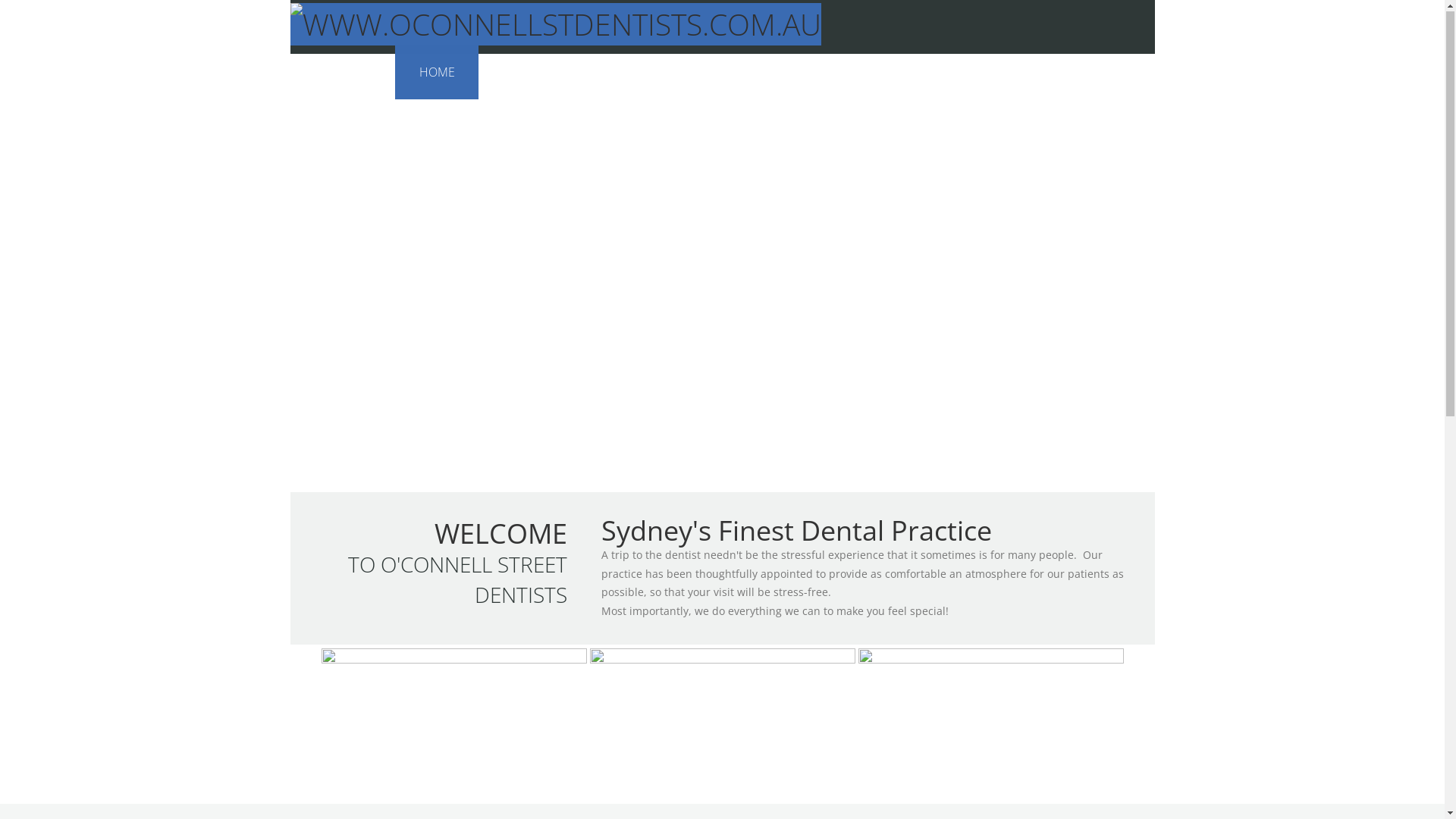  What do you see at coordinates (603, 73) in the screenshot?
I see `'WHY CHOOSE US'` at bounding box center [603, 73].